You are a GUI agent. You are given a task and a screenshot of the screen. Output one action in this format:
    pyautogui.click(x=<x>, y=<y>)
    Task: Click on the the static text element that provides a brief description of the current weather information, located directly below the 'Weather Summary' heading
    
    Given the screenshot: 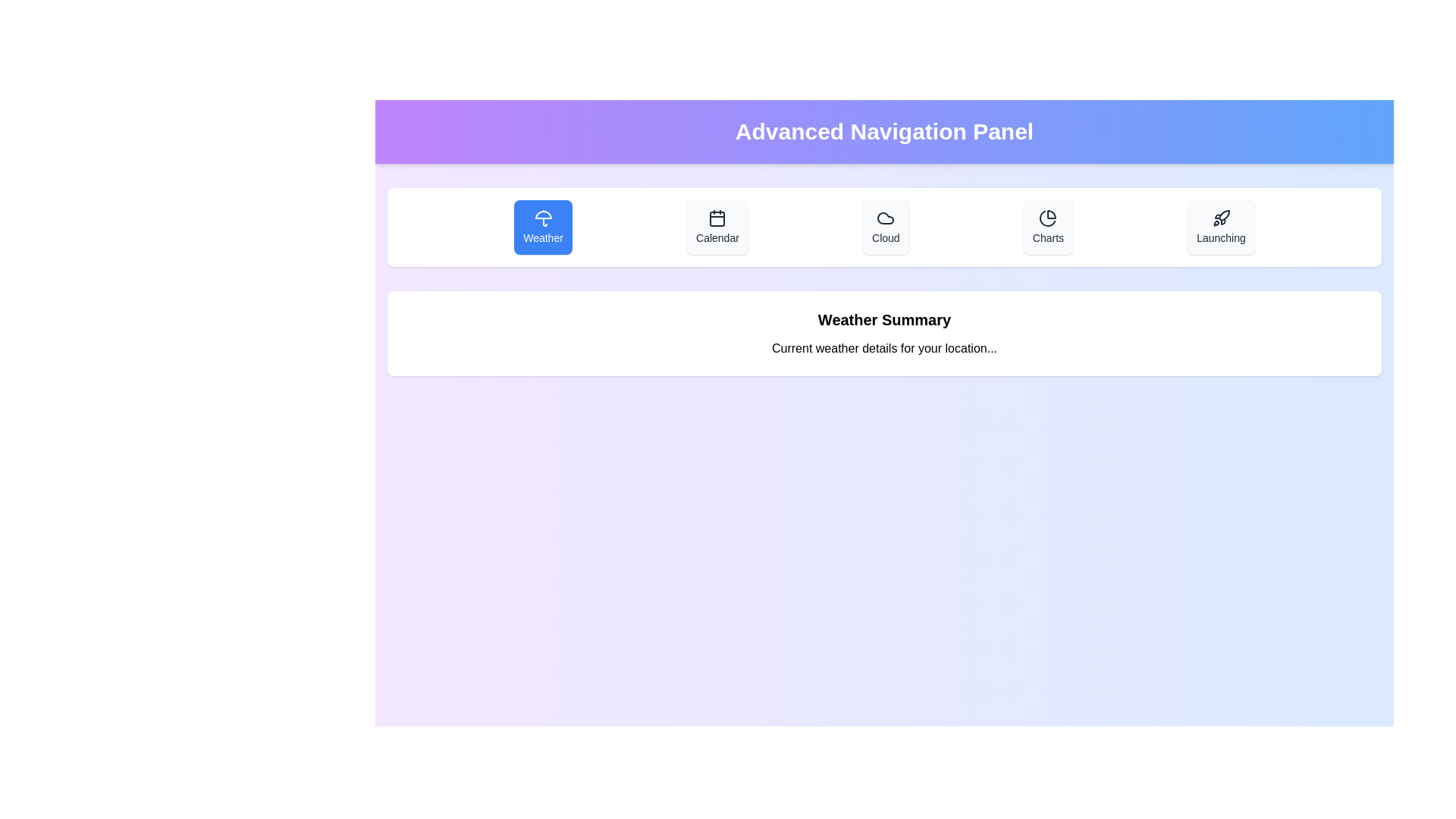 What is the action you would take?
    pyautogui.click(x=884, y=348)
    